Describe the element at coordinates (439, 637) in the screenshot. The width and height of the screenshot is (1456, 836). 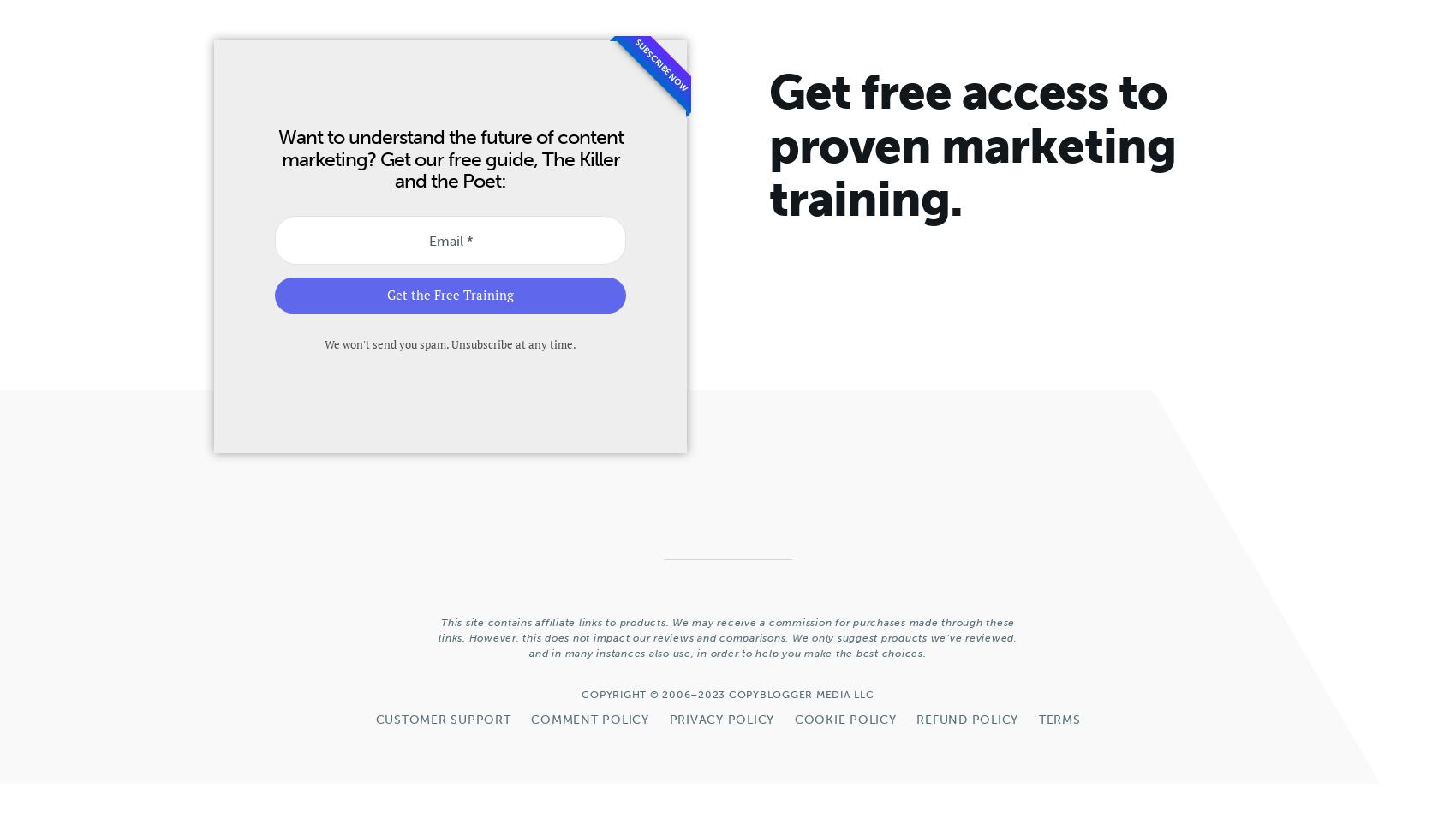
I see `'This site contains affiliate links to products. We may receive a commission for purchases made through these links. However, this does not impact our reviews and comparisons. We only suggest products we’ve reviewed, and in many instances also use, in order to help you make the best choices.'` at that location.